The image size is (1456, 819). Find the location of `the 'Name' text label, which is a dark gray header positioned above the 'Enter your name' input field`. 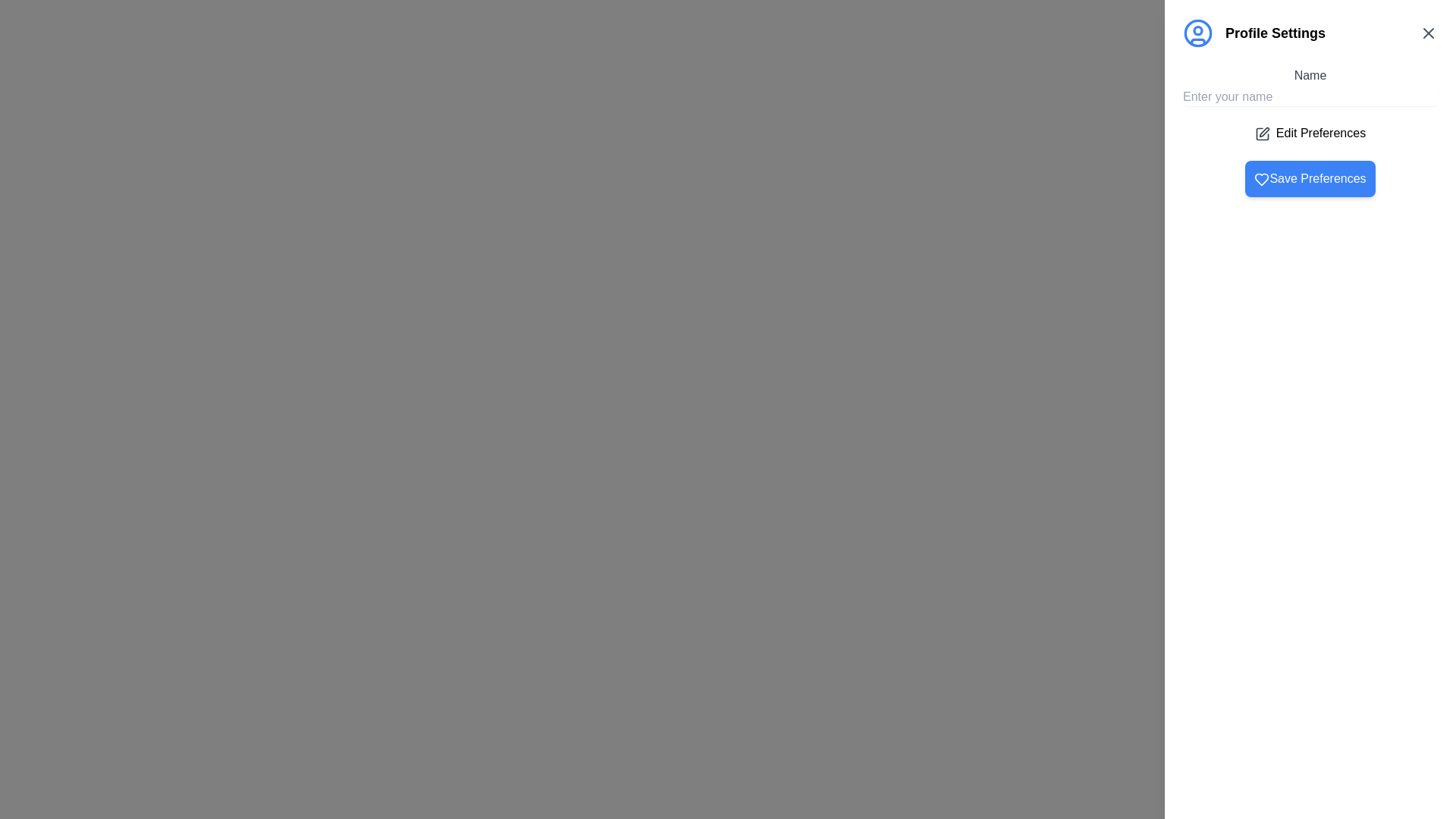

the 'Name' text label, which is a dark gray header positioned above the 'Enter your name' input field is located at coordinates (1310, 86).